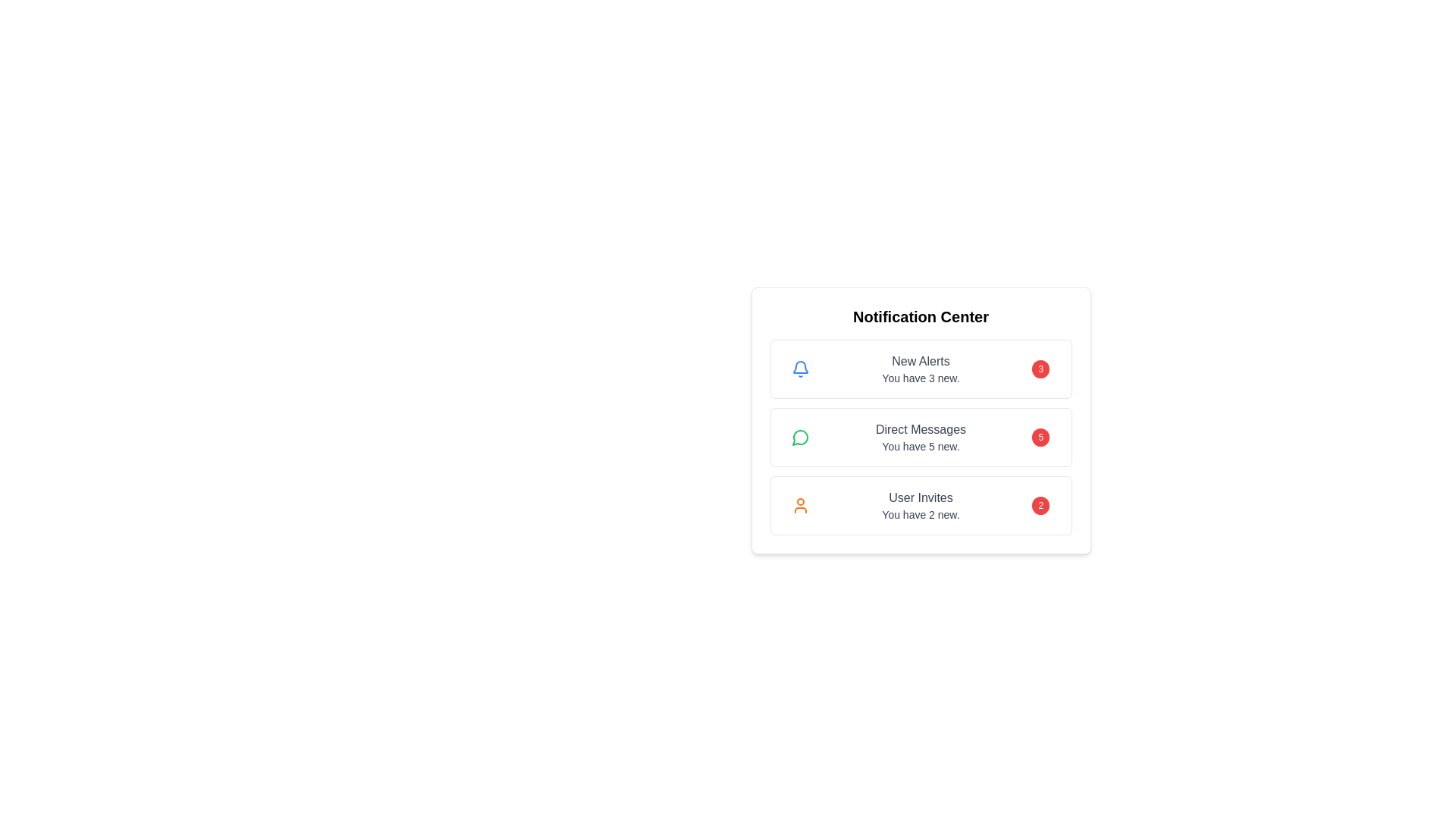 This screenshot has width=1456, height=819. What do you see at coordinates (920, 446) in the screenshot?
I see `the text element that indicates the number of new direct messages, positioned below the 'Direct Messages' title in the notification center` at bounding box center [920, 446].